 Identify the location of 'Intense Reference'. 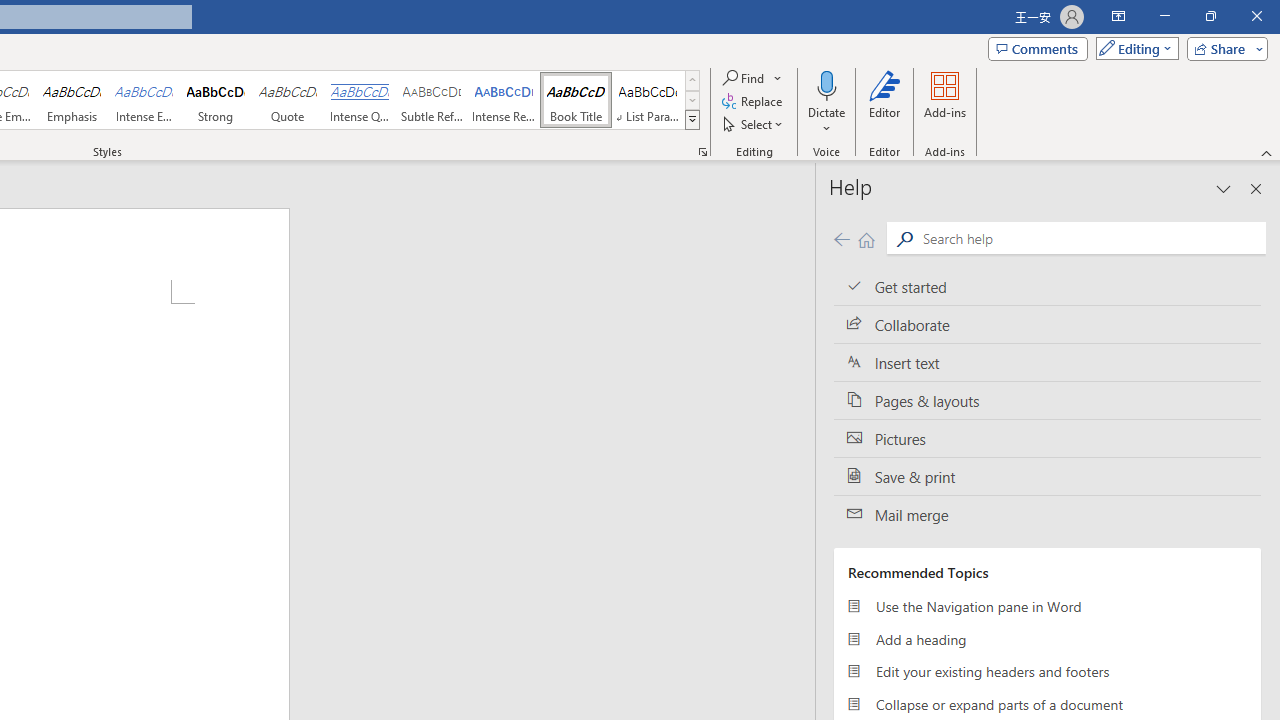
(504, 100).